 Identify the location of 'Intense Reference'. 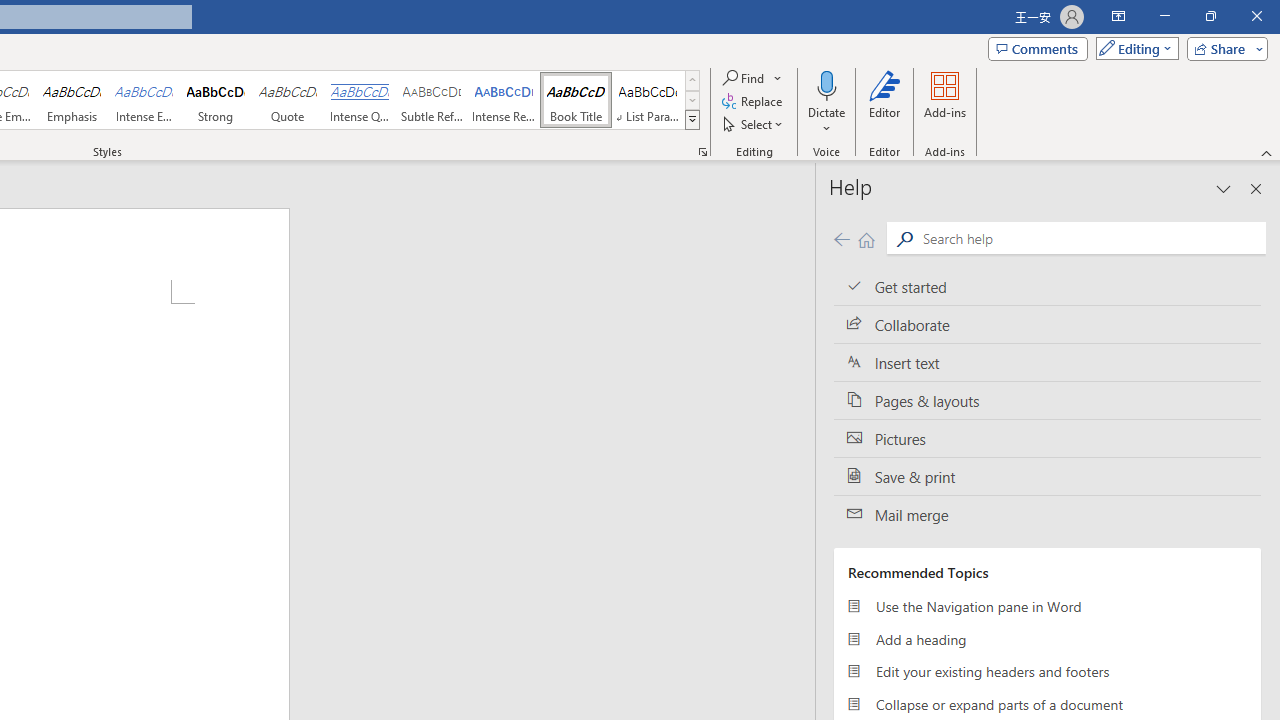
(504, 100).